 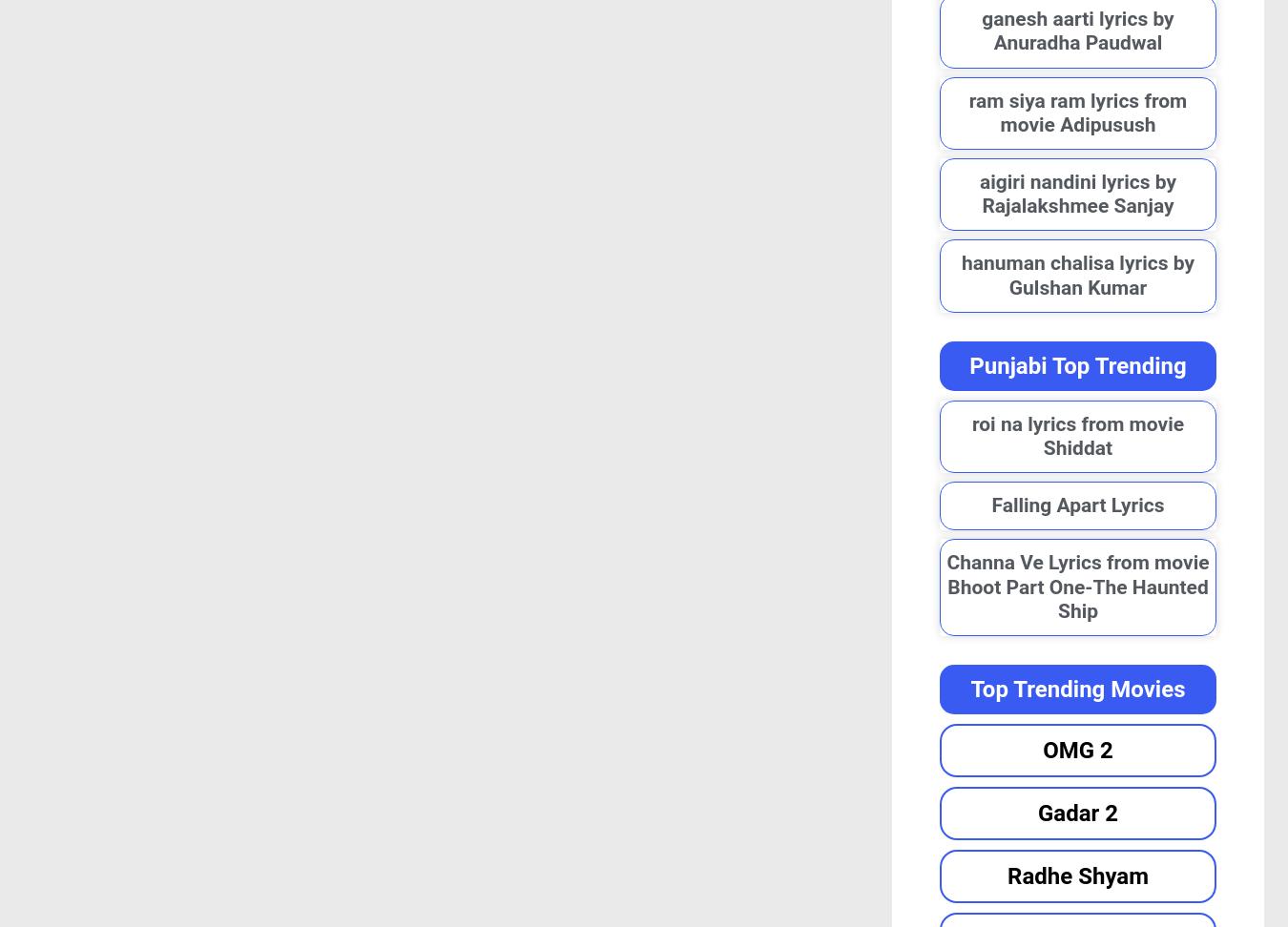 I want to click on 'Radhe Shyam', so click(x=1076, y=874).